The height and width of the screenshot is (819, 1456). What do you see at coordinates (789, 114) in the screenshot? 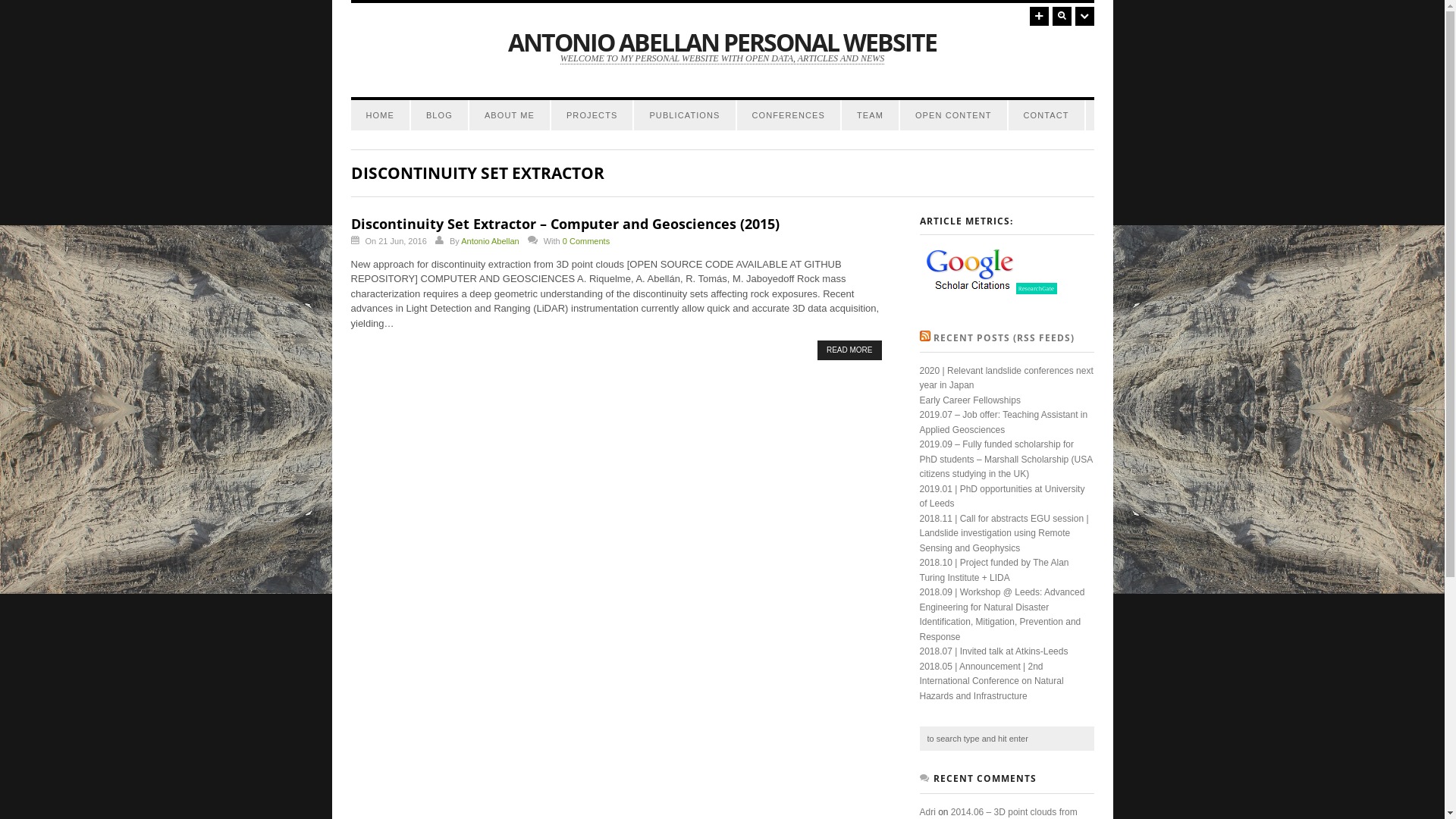
I see `'CONFERENCES'` at bounding box center [789, 114].